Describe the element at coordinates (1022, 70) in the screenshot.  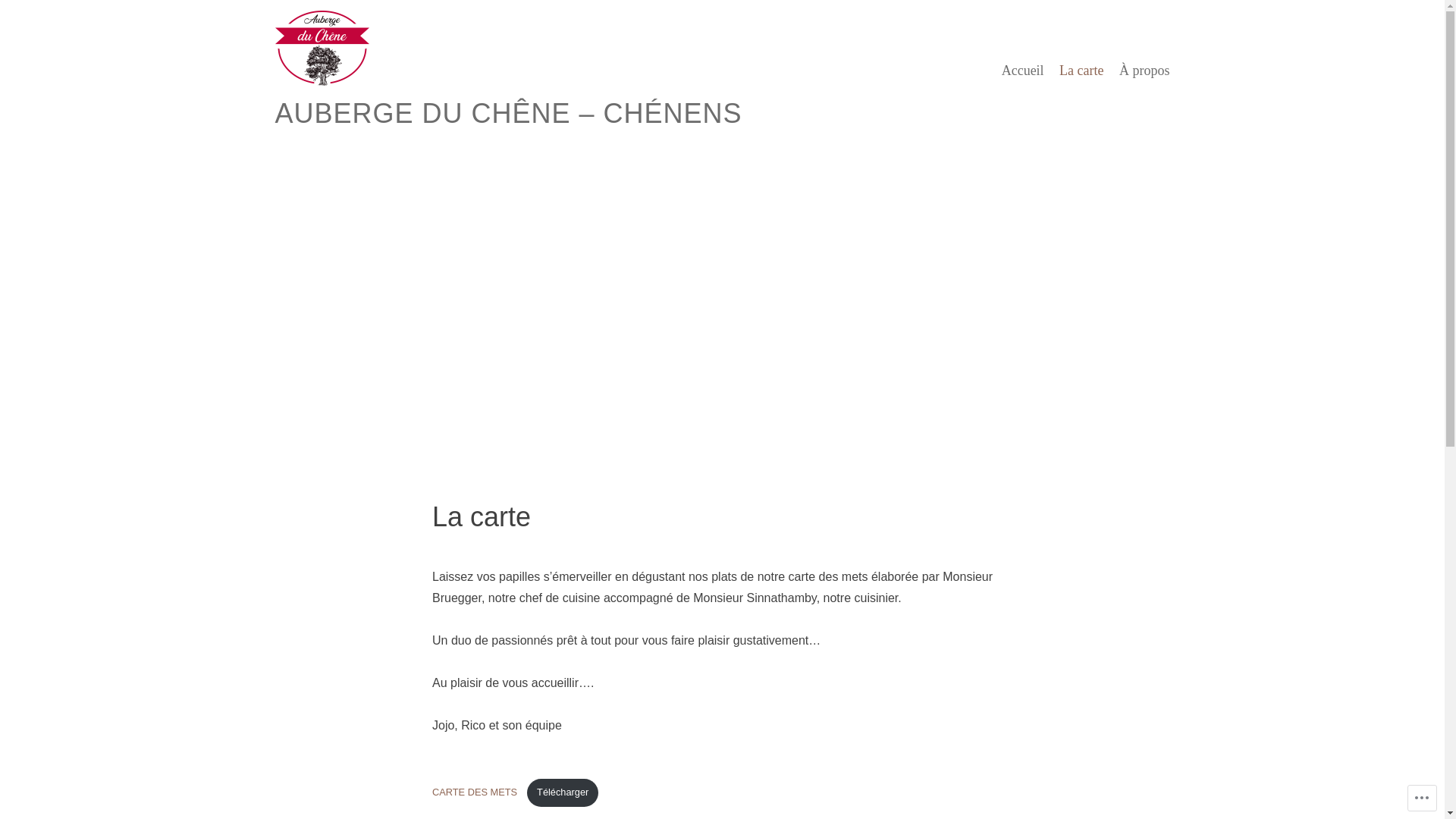
I see `'Accueil'` at that location.